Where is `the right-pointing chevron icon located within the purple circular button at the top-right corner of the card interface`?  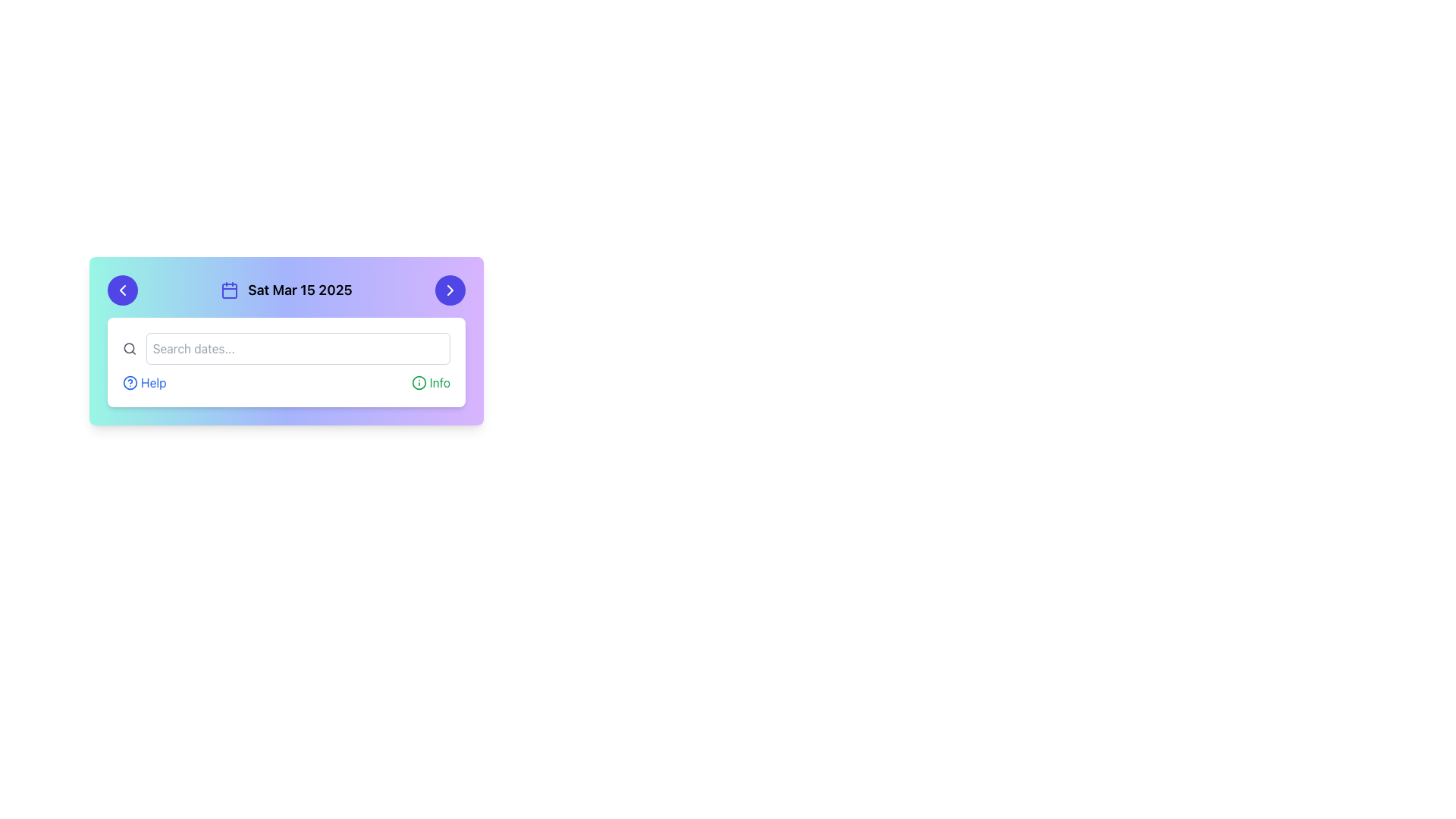
the right-pointing chevron icon located within the purple circular button at the top-right corner of the card interface is located at coordinates (450, 290).